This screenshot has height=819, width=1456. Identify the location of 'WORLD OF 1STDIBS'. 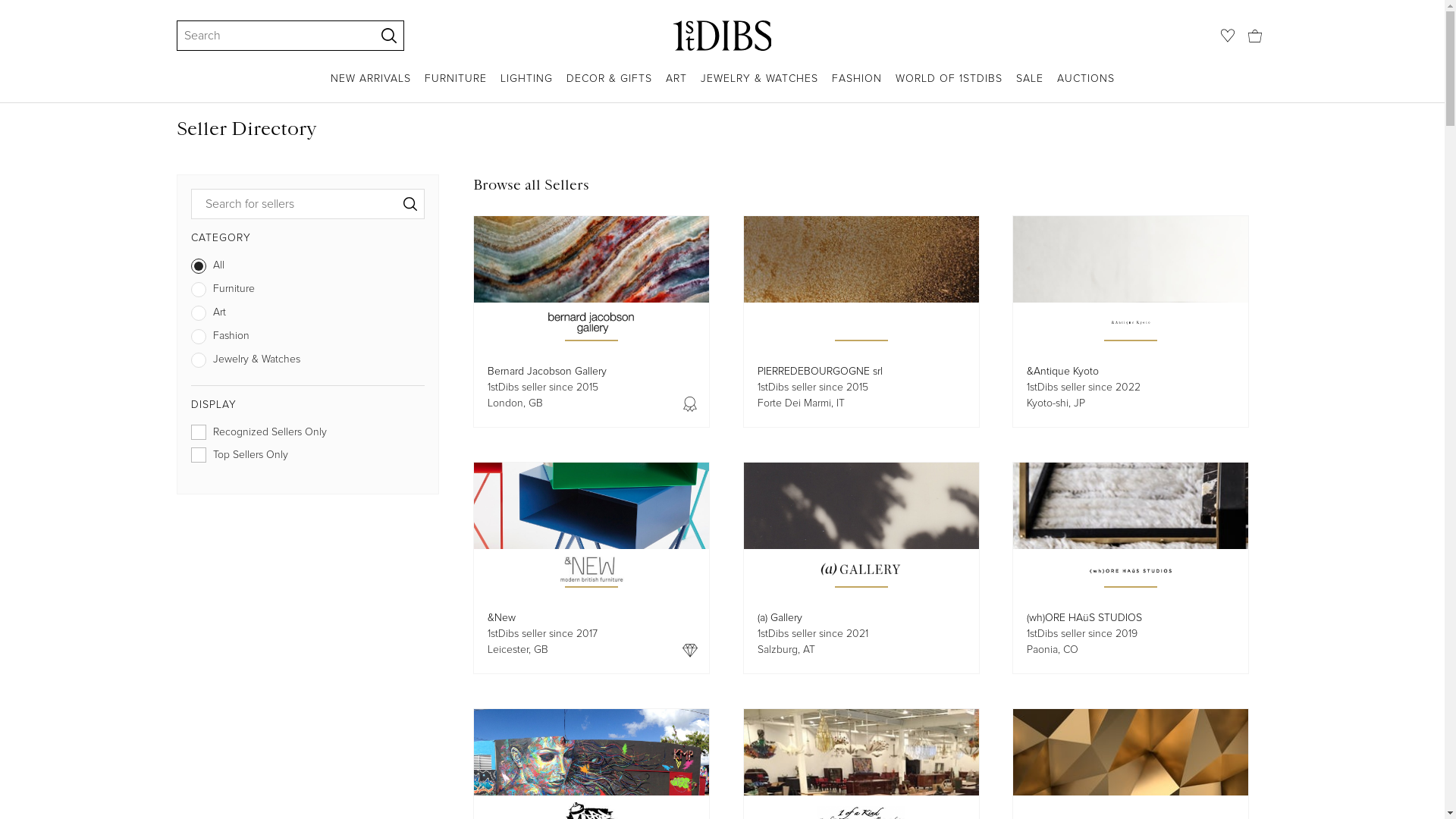
(895, 86).